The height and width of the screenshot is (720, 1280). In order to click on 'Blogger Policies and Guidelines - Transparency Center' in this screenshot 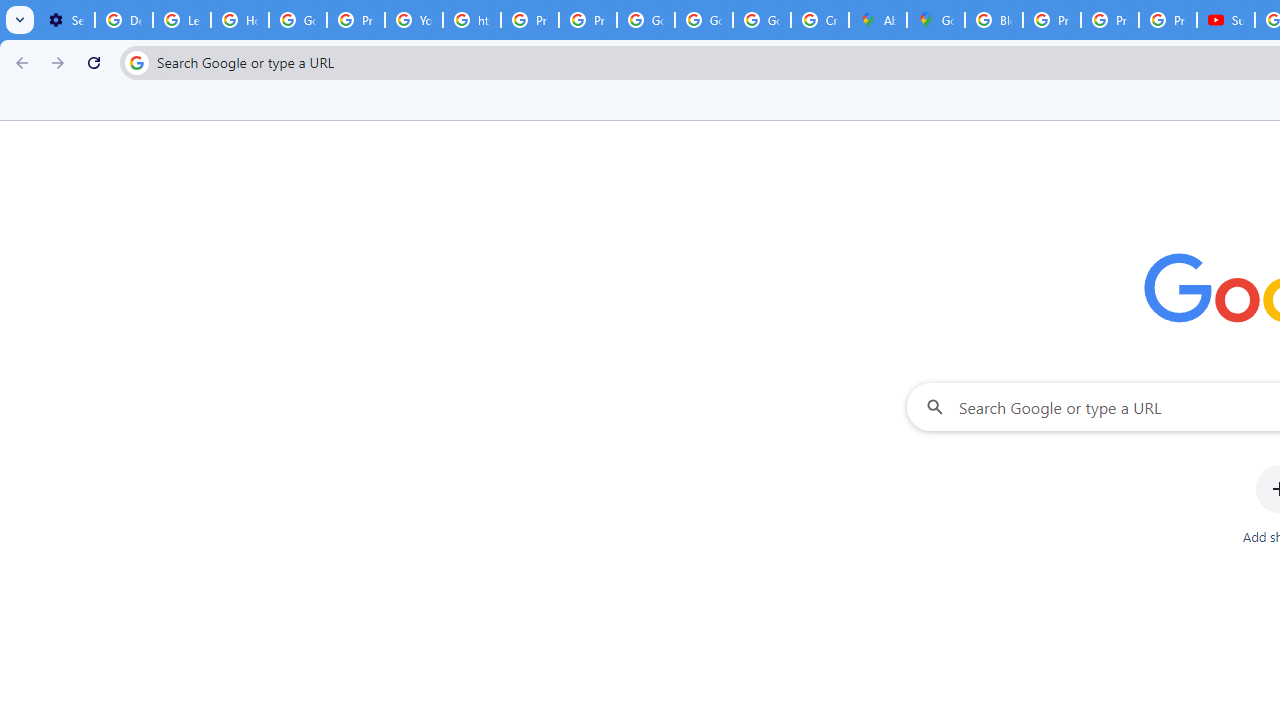, I will do `click(993, 20)`.